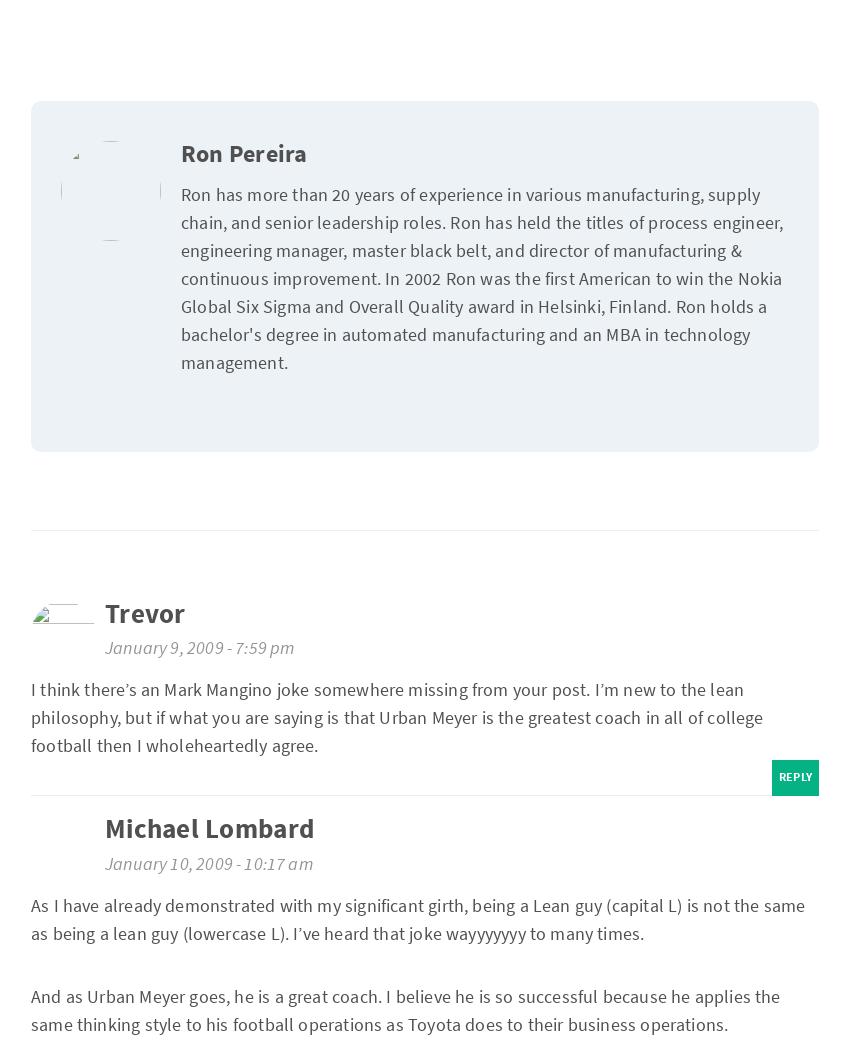  What do you see at coordinates (405, 1008) in the screenshot?
I see `'And as Urban Meyer goes, he is a great coach.  I believe he is so successful because he applies the same thinking style to his football operations as Toyota does to their business operations.'` at bounding box center [405, 1008].